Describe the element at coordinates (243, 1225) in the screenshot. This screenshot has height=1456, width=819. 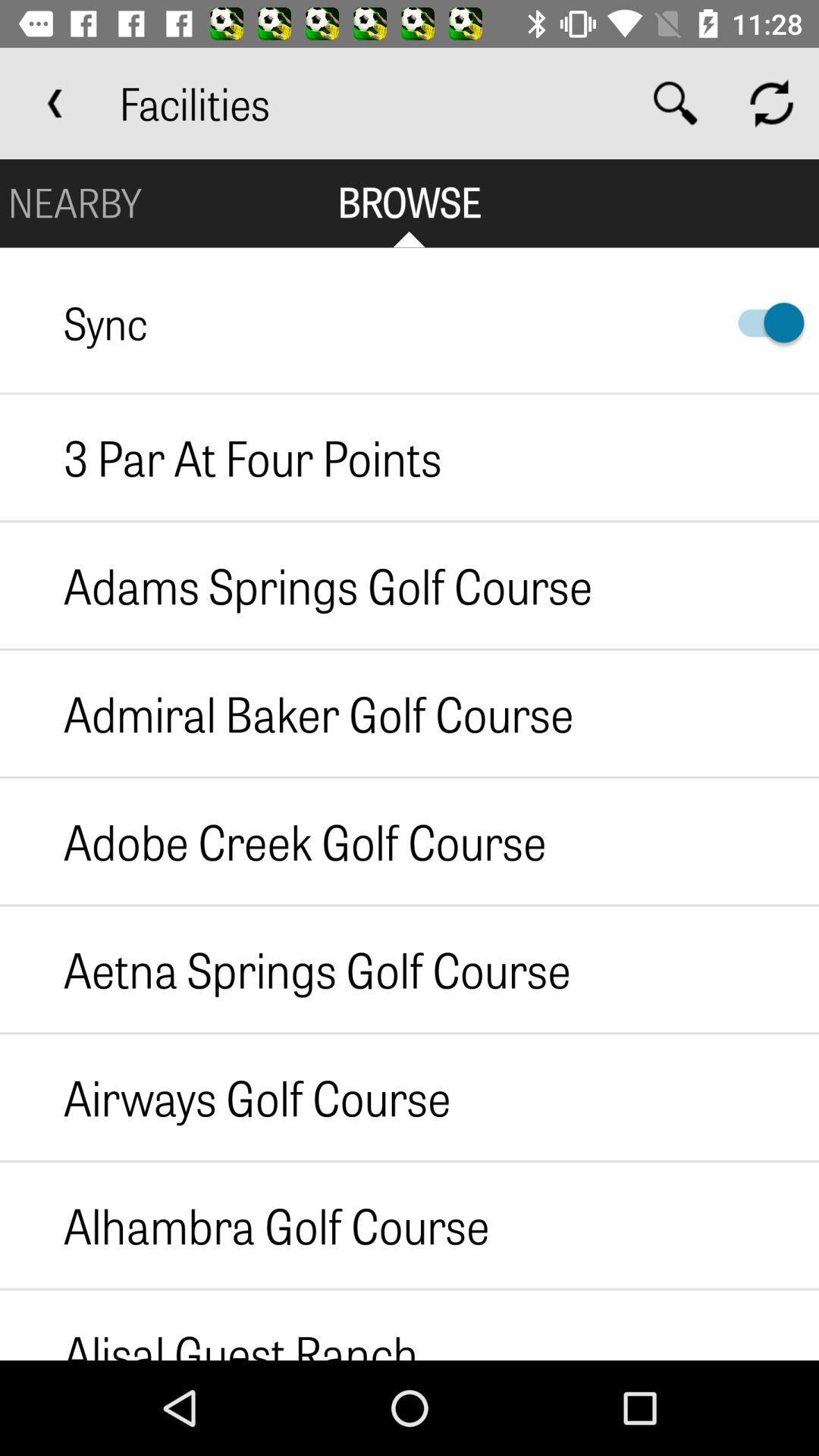
I see `alhambra golf course` at that location.